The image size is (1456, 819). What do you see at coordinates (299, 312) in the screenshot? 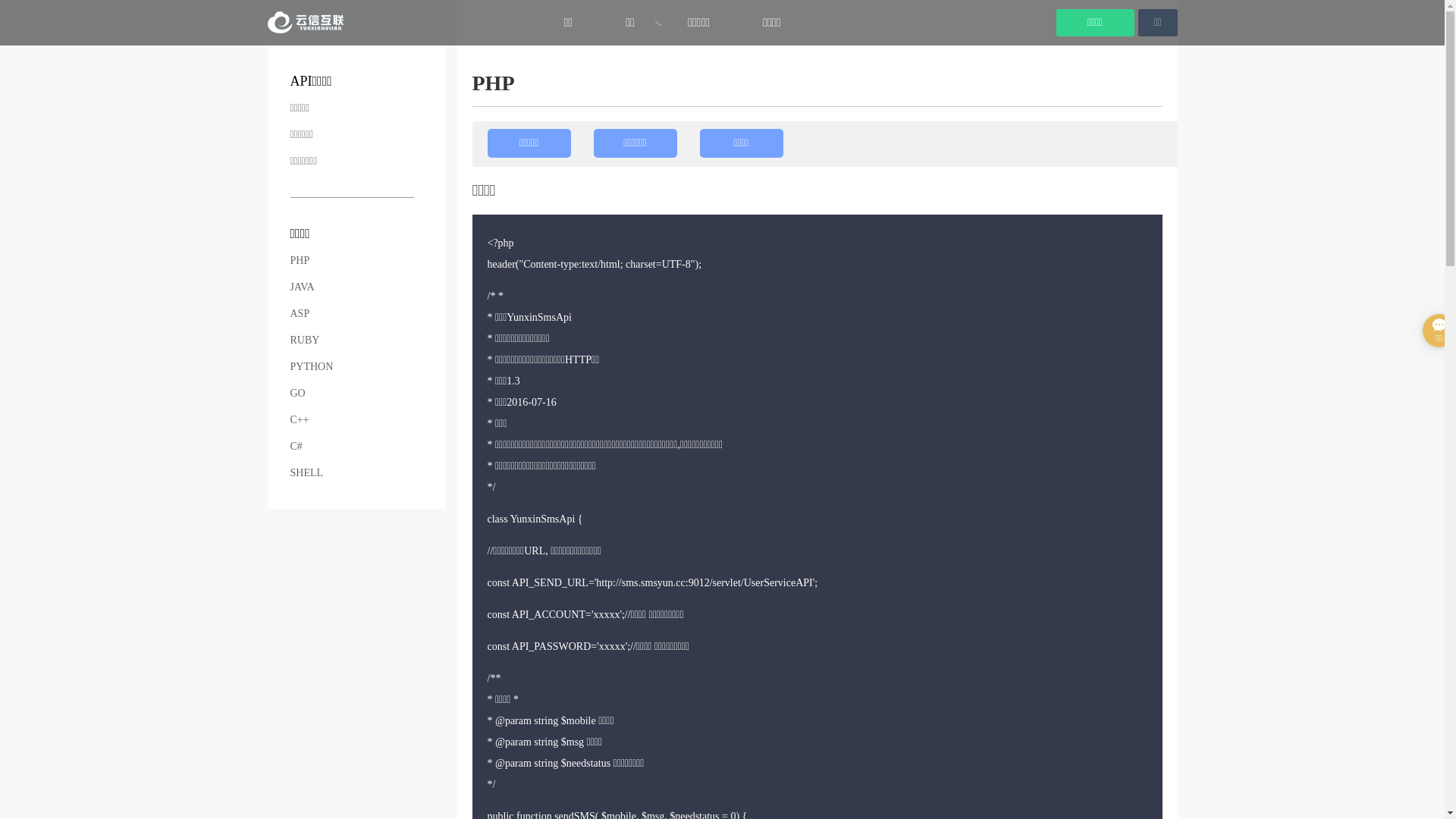
I see `'ASP'` at bounding box center [299, 312].